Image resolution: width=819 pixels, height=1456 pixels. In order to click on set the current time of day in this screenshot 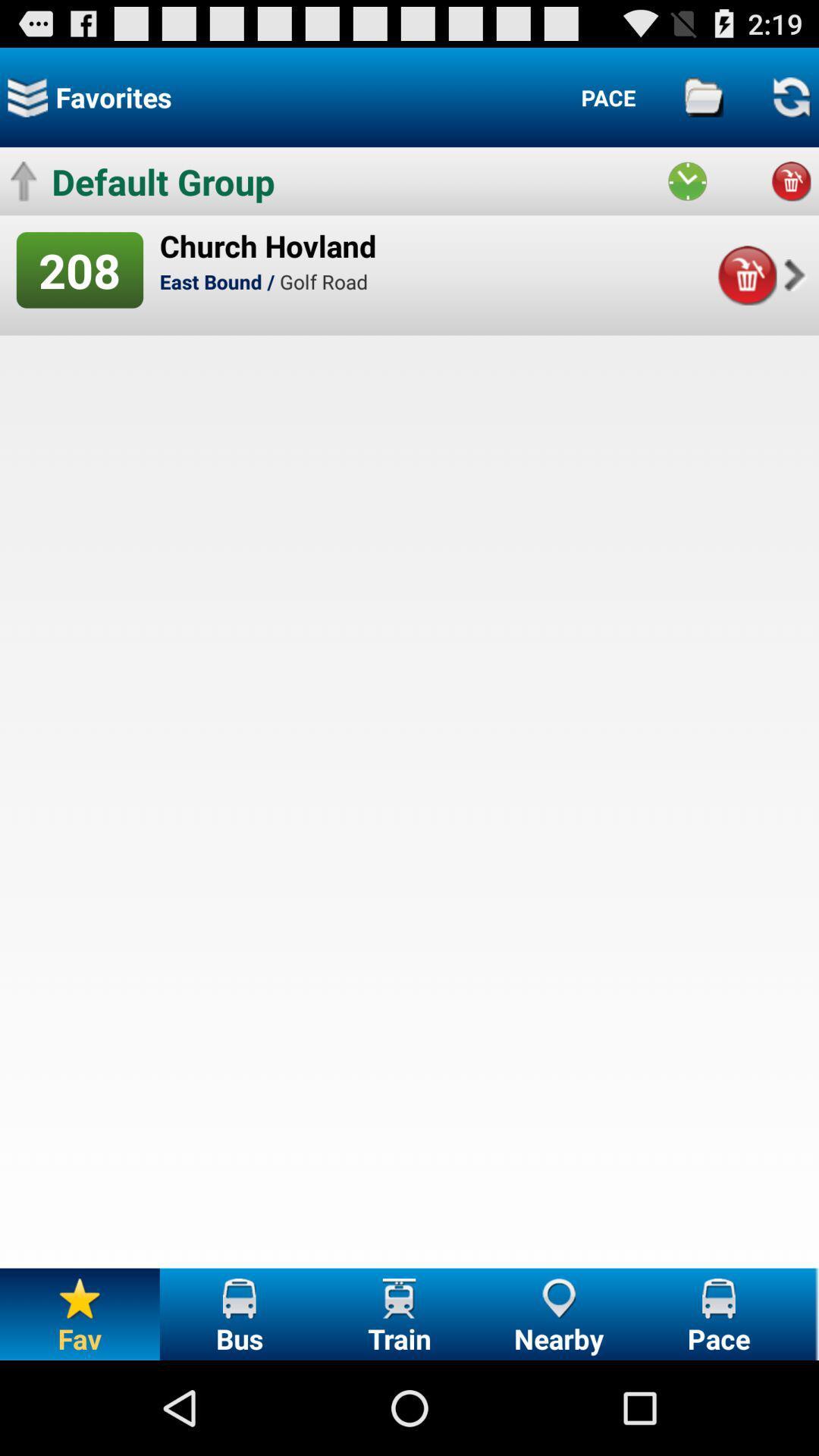, I will do `click(687, 181)`.